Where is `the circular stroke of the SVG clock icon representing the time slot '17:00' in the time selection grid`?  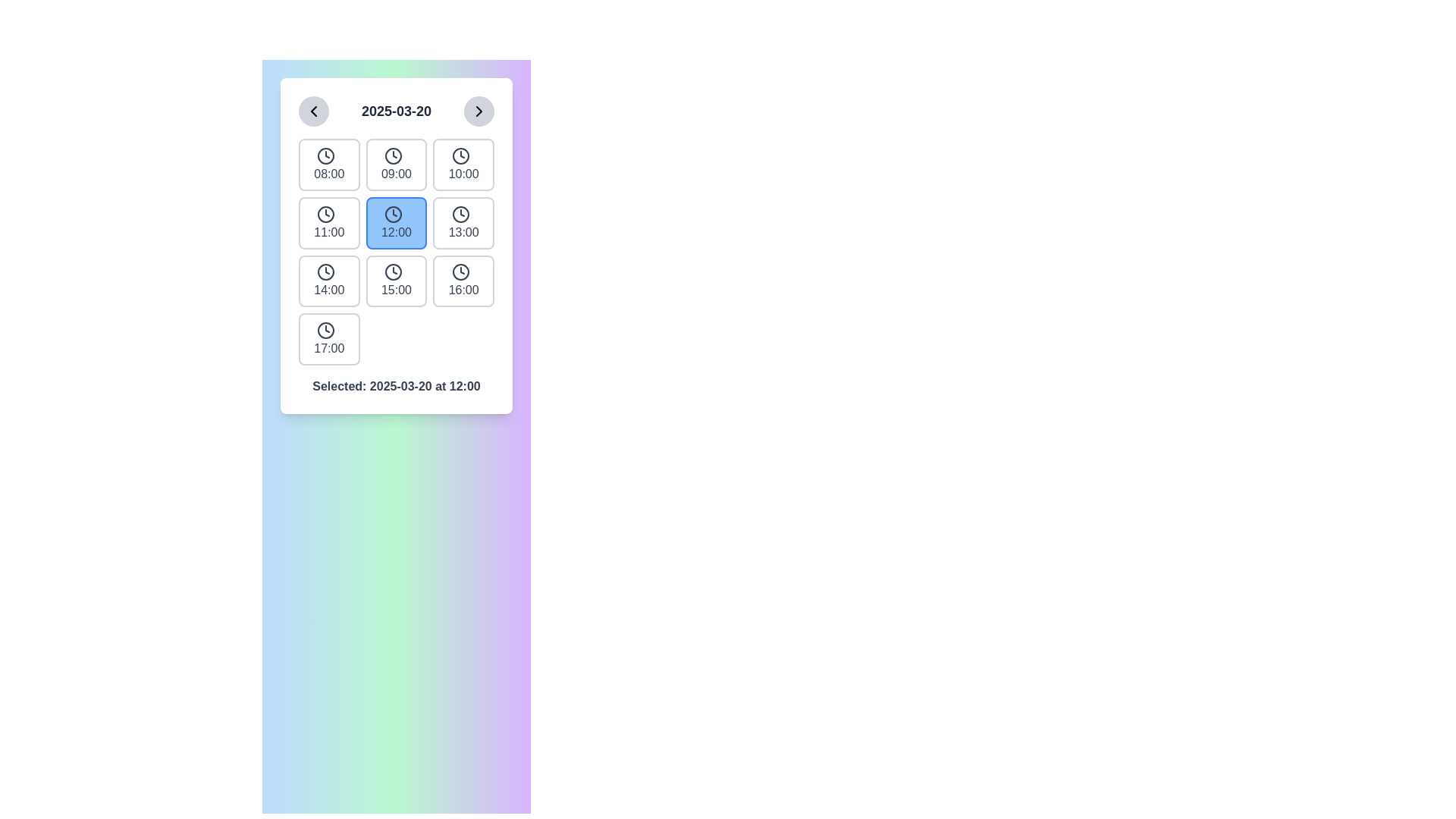
the circular stroke of the SVG clock icon representing the time slot '17:00' in the time selection grid is located at coordinates (325, 330).